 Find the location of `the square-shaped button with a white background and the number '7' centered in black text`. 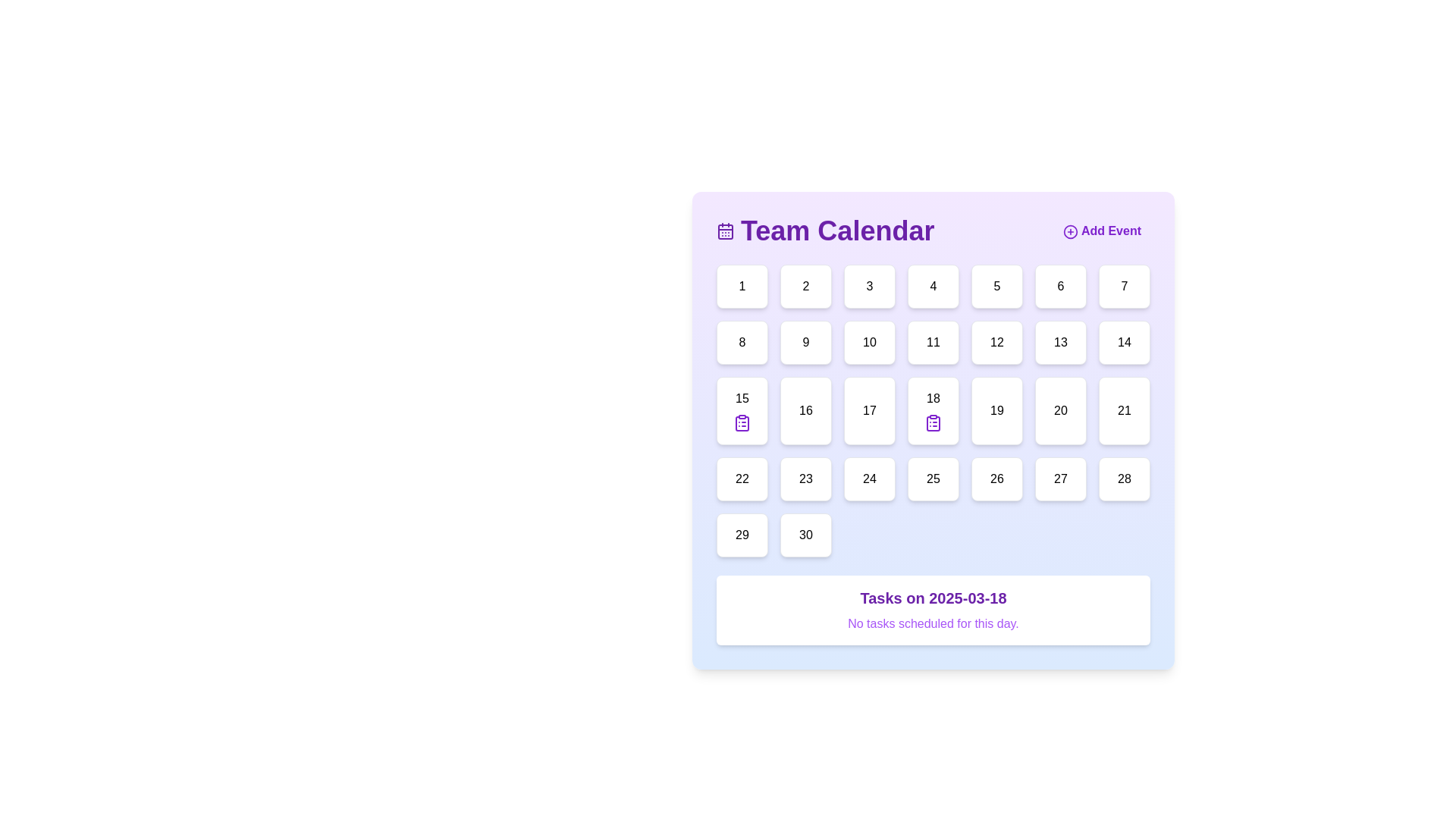

the square-shaped button with a white background and the number '7' centered in black text is located at coordinates (1125, 287).